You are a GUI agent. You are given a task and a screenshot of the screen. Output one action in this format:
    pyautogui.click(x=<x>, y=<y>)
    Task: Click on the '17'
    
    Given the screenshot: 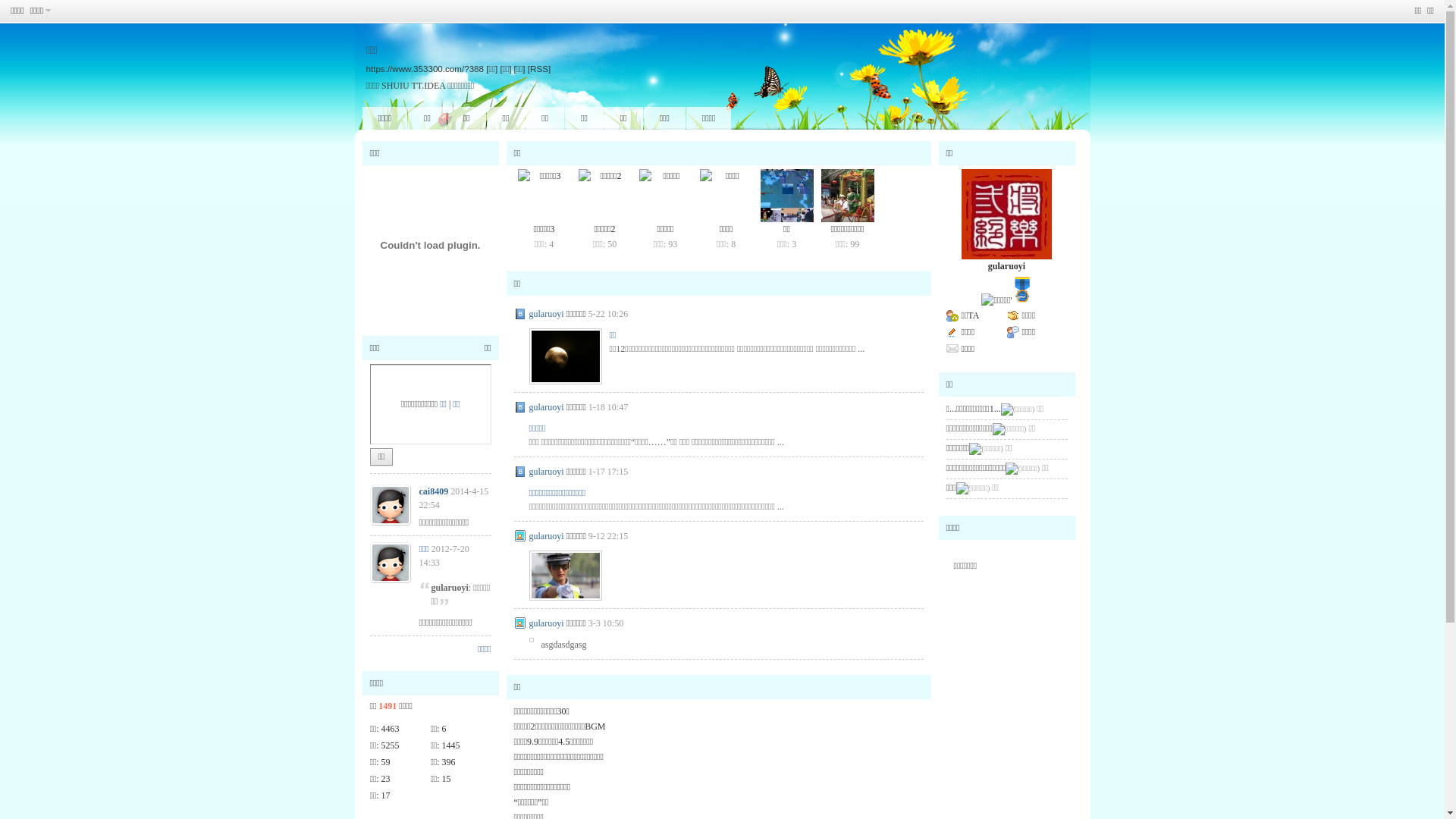 What is the action you would take?
    pyautogui.click(x=385, y=795)
    